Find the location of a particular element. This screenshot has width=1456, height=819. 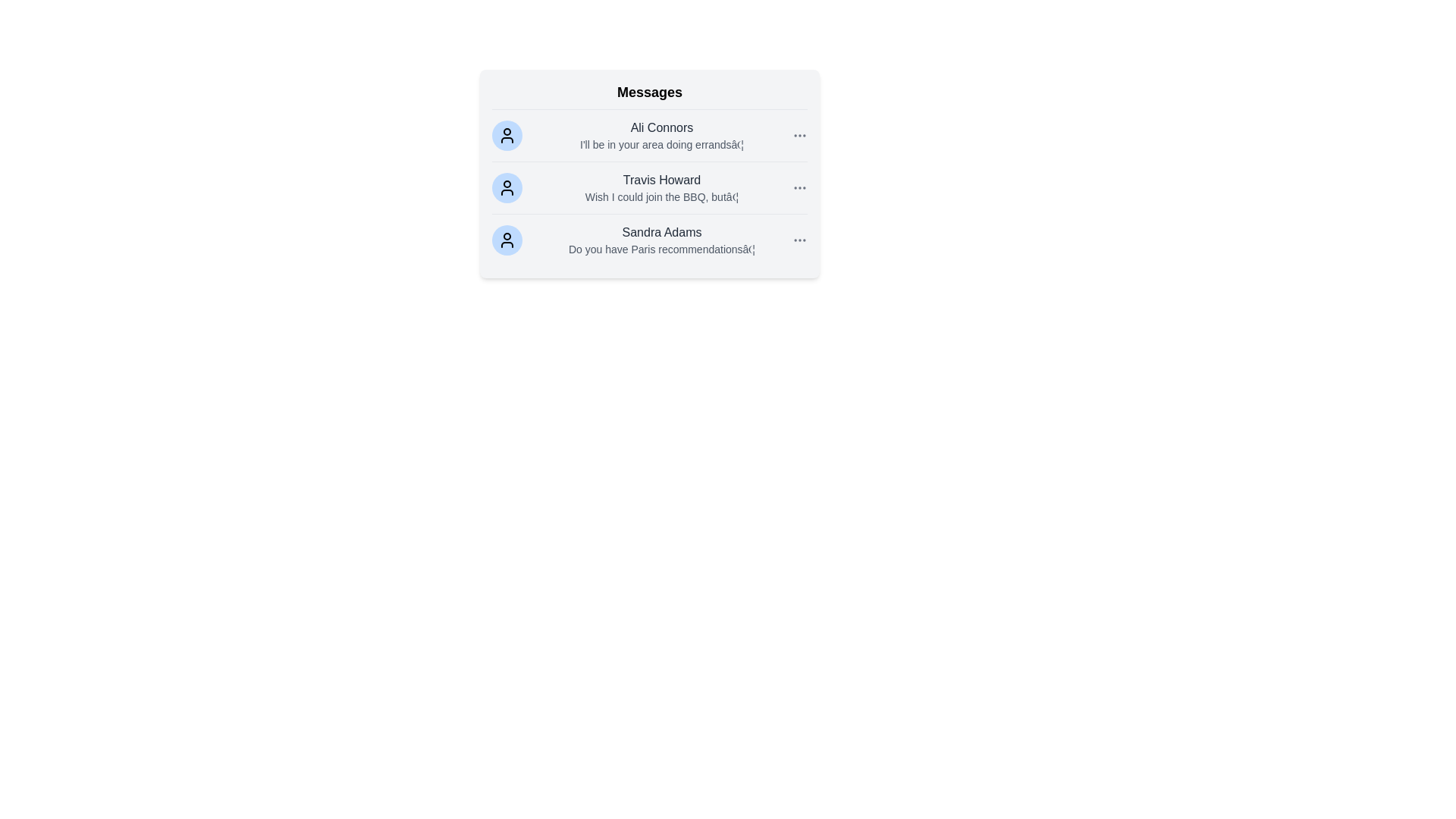

the 'Messages' text label, which is styled with a bold font and larger size, serving as a section title above the user messages list is located at coordinates (650, 96).